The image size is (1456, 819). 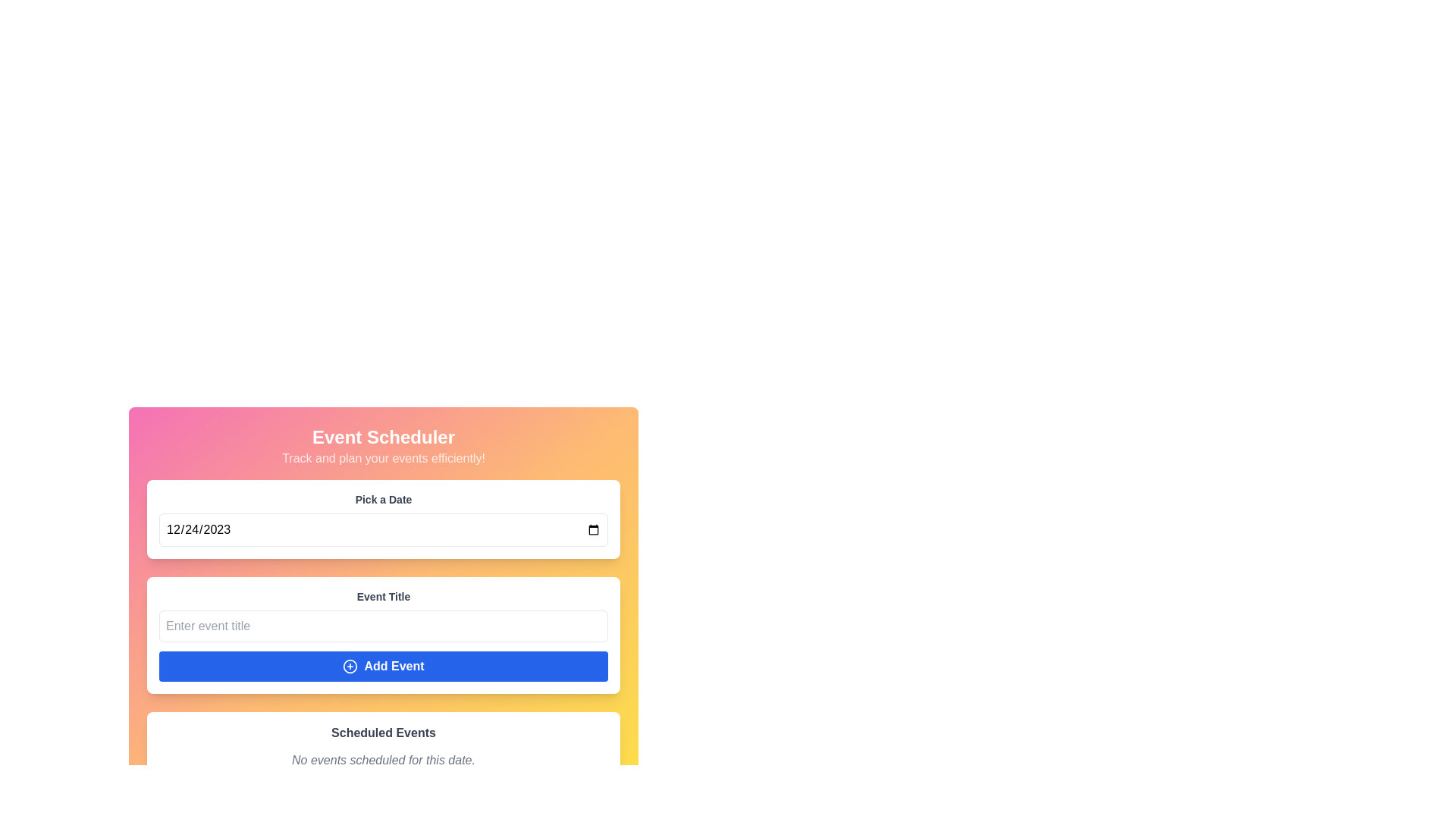 What do you see at coordinates (383, 760) in the screenshot?
I see `status message text label that informs the user there are no scheduled events for the selected date, located below the 'Scheduled Events' heading` at bounding box center [383, 760].